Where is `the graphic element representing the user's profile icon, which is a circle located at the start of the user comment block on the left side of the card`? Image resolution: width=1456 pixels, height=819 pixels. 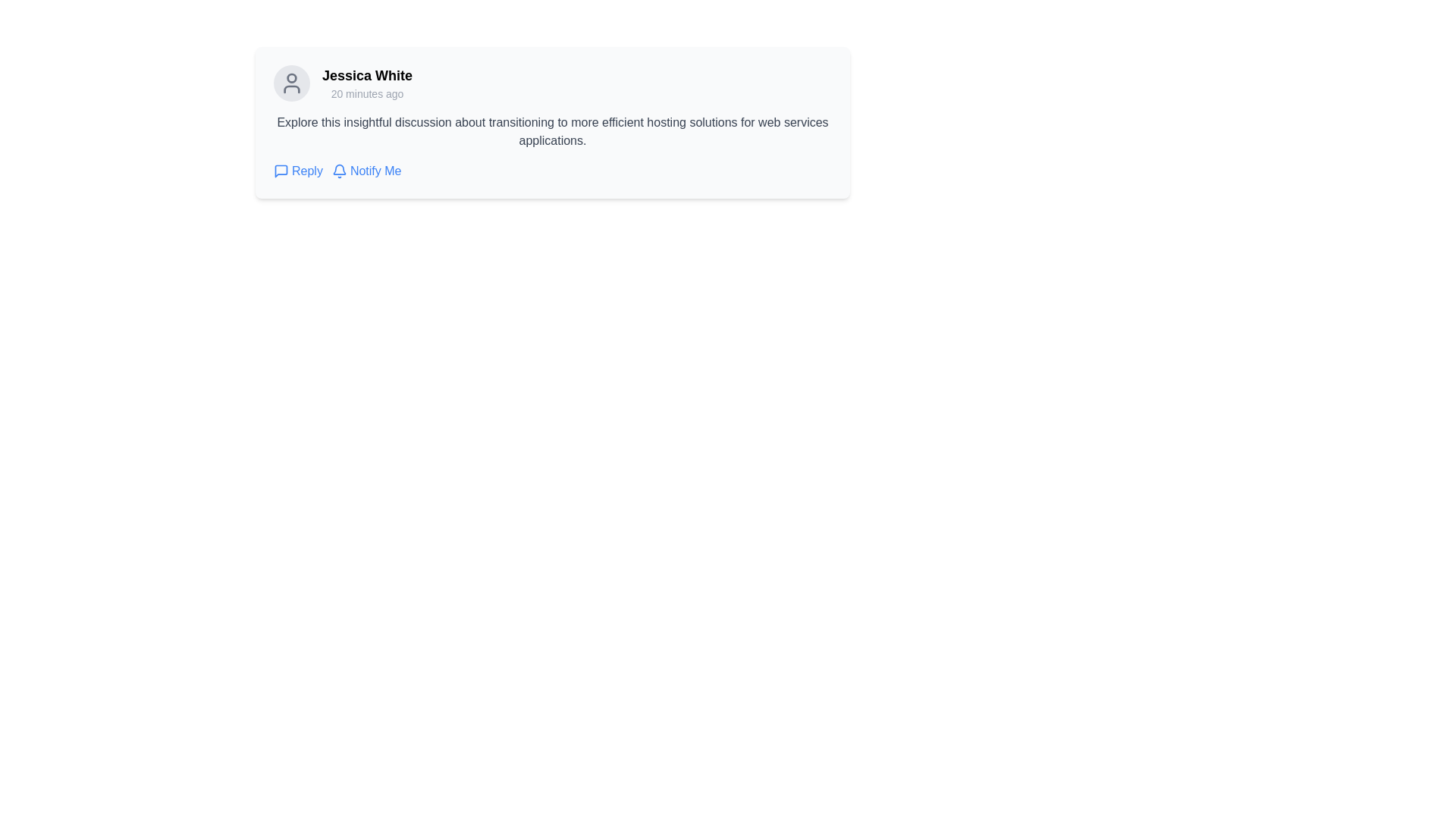
the graphic element representing the user's profile icon, which is a circle located at the start of the user comment block on the left side of the card is located at coordinates (291, 78).